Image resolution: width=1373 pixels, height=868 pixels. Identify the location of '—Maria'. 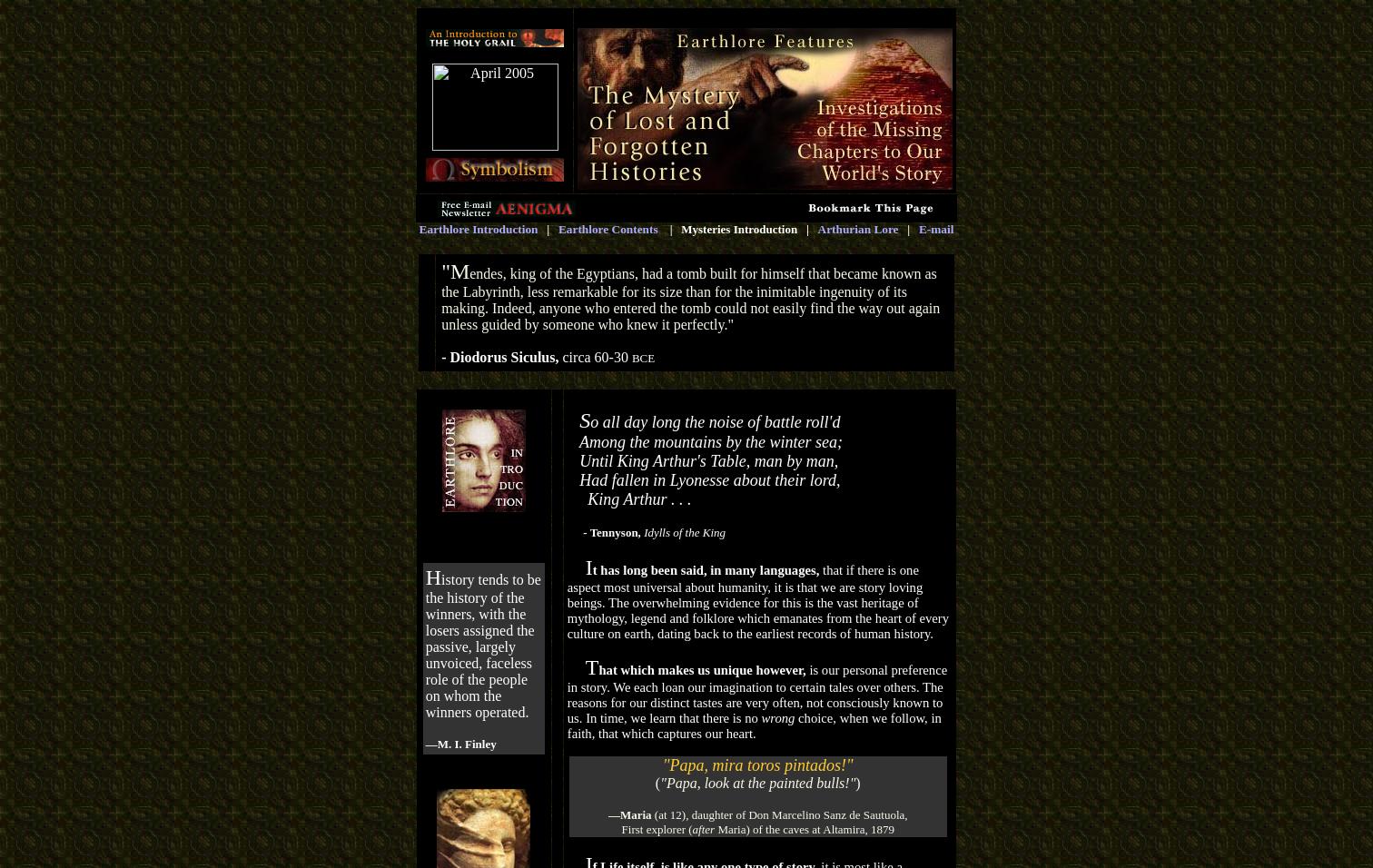
(628, 814).